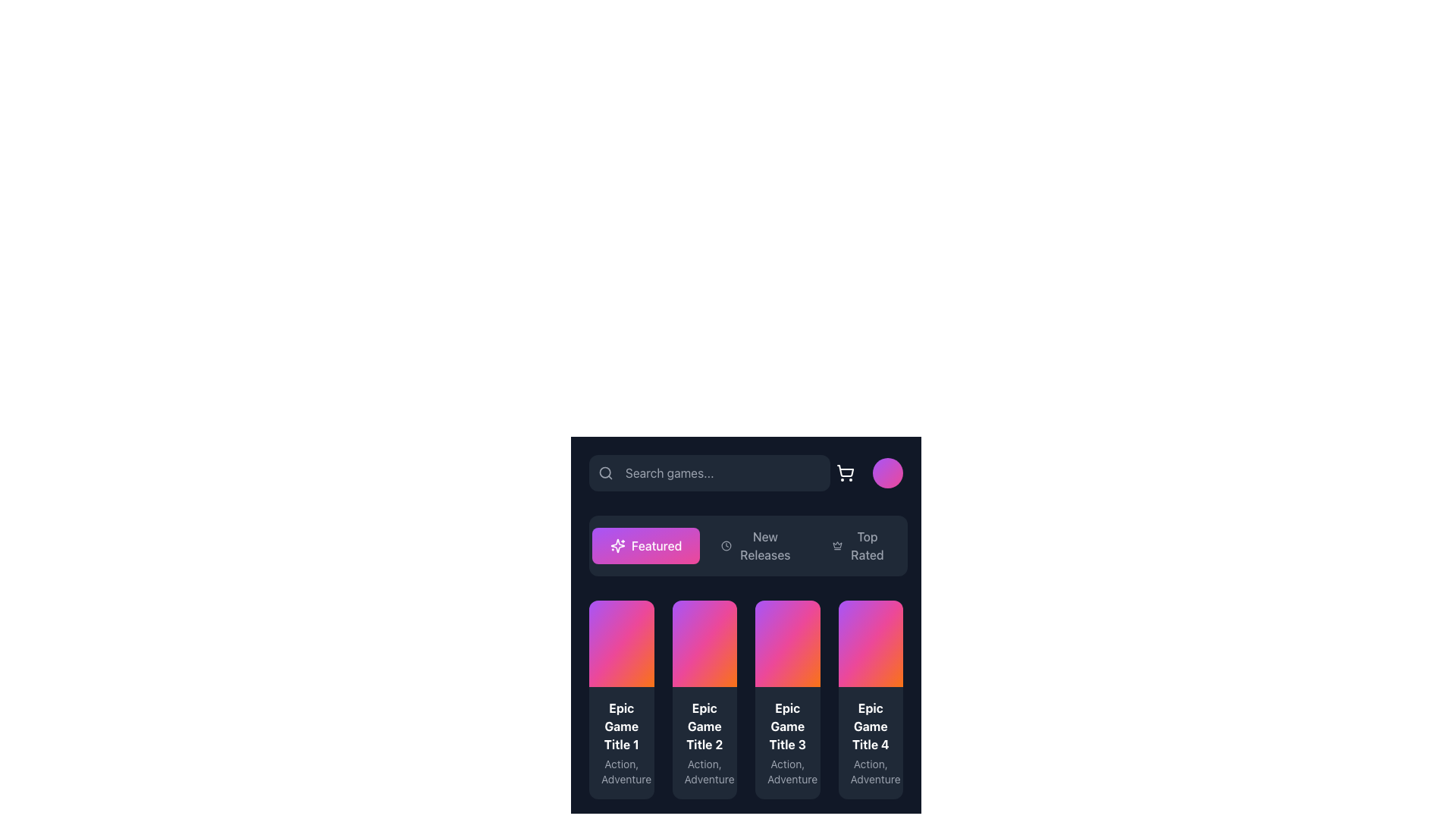 This screenshot has width=1456, height=819. I want to click on text block containing the game's title and genres located at the bottom of the fourth game card from the left, so click(871, 742).